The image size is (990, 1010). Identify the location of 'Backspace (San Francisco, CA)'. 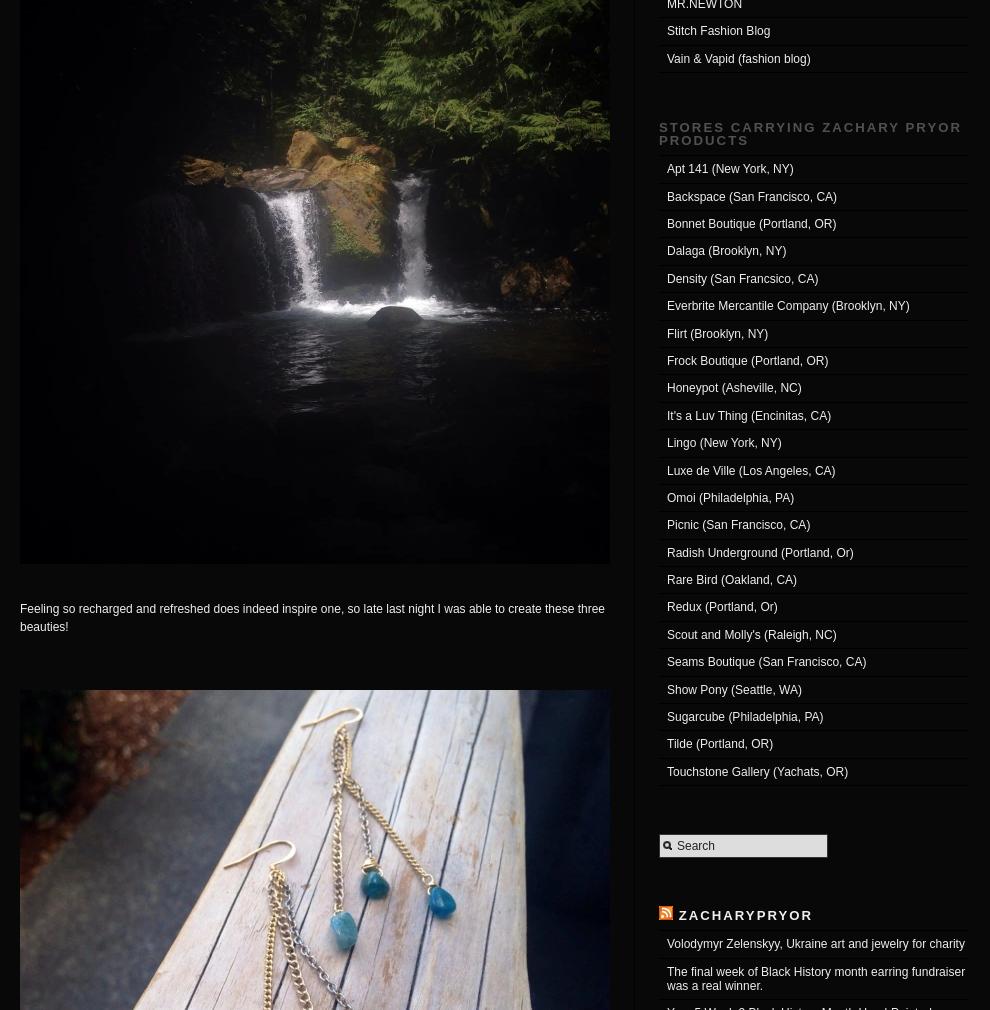
(666, 195).